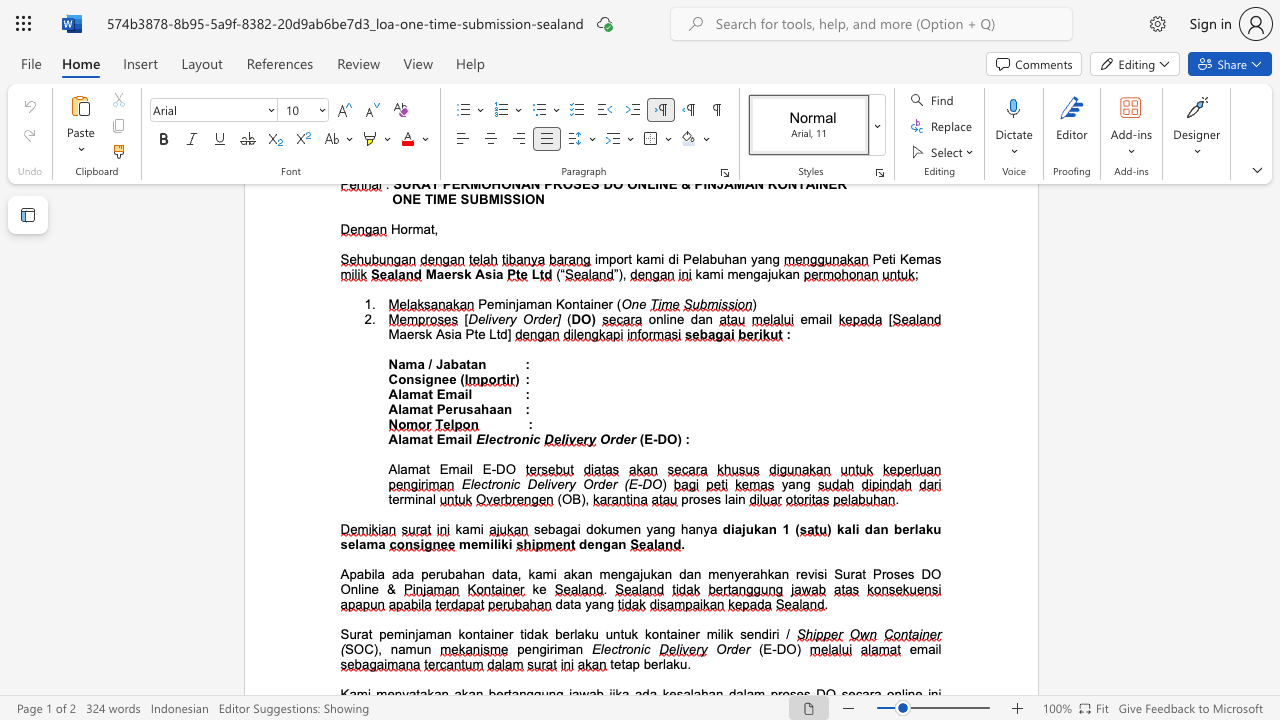 The image size is (1280, 720). What do you see at coordinates (632, 649) in the screenshot?
I see `the space between the continuous character "o" and "n" in the text` at bounding box center [632, 649].